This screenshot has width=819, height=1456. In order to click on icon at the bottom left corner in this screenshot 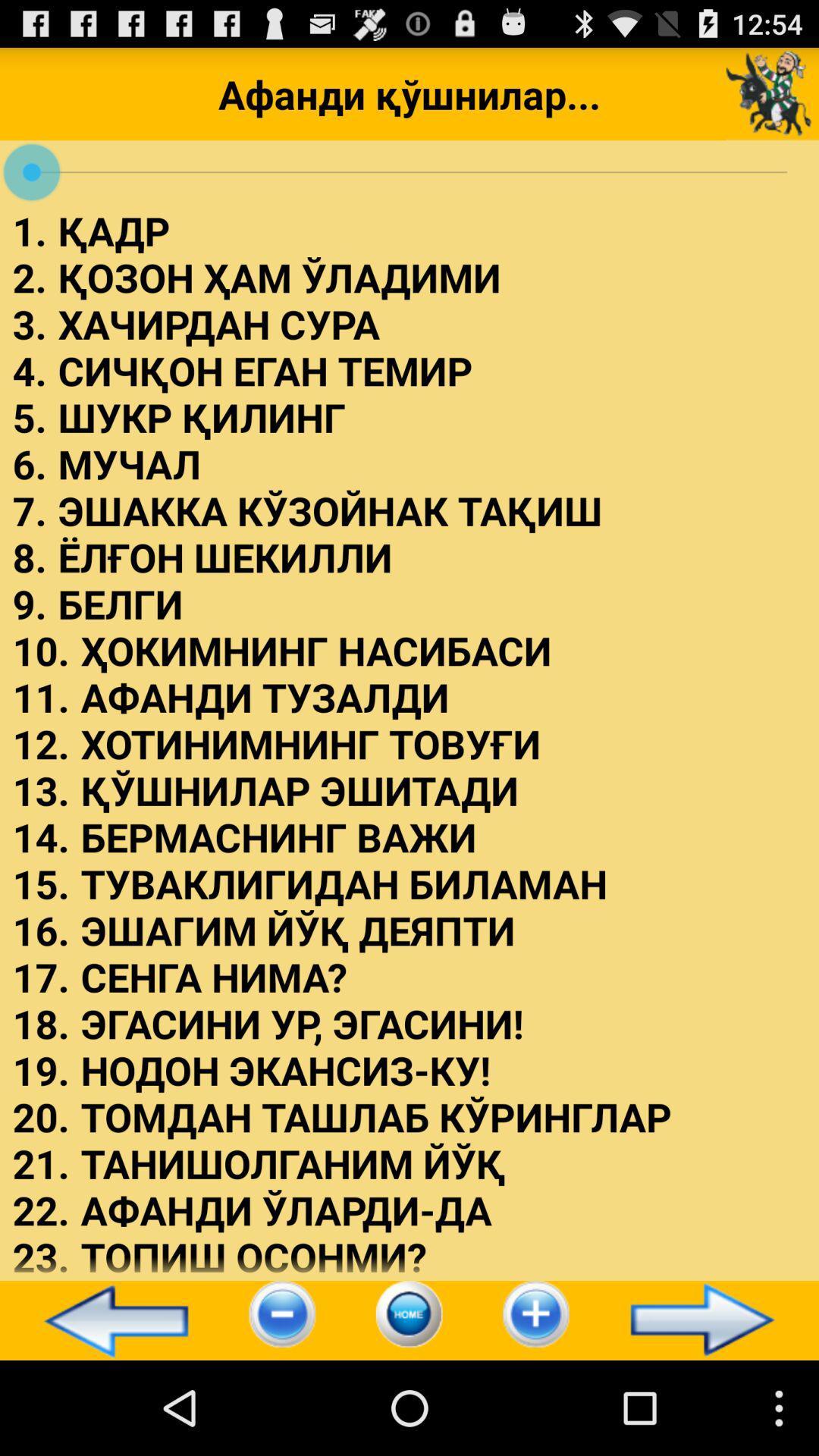, I will do `click(108, 1319)`.